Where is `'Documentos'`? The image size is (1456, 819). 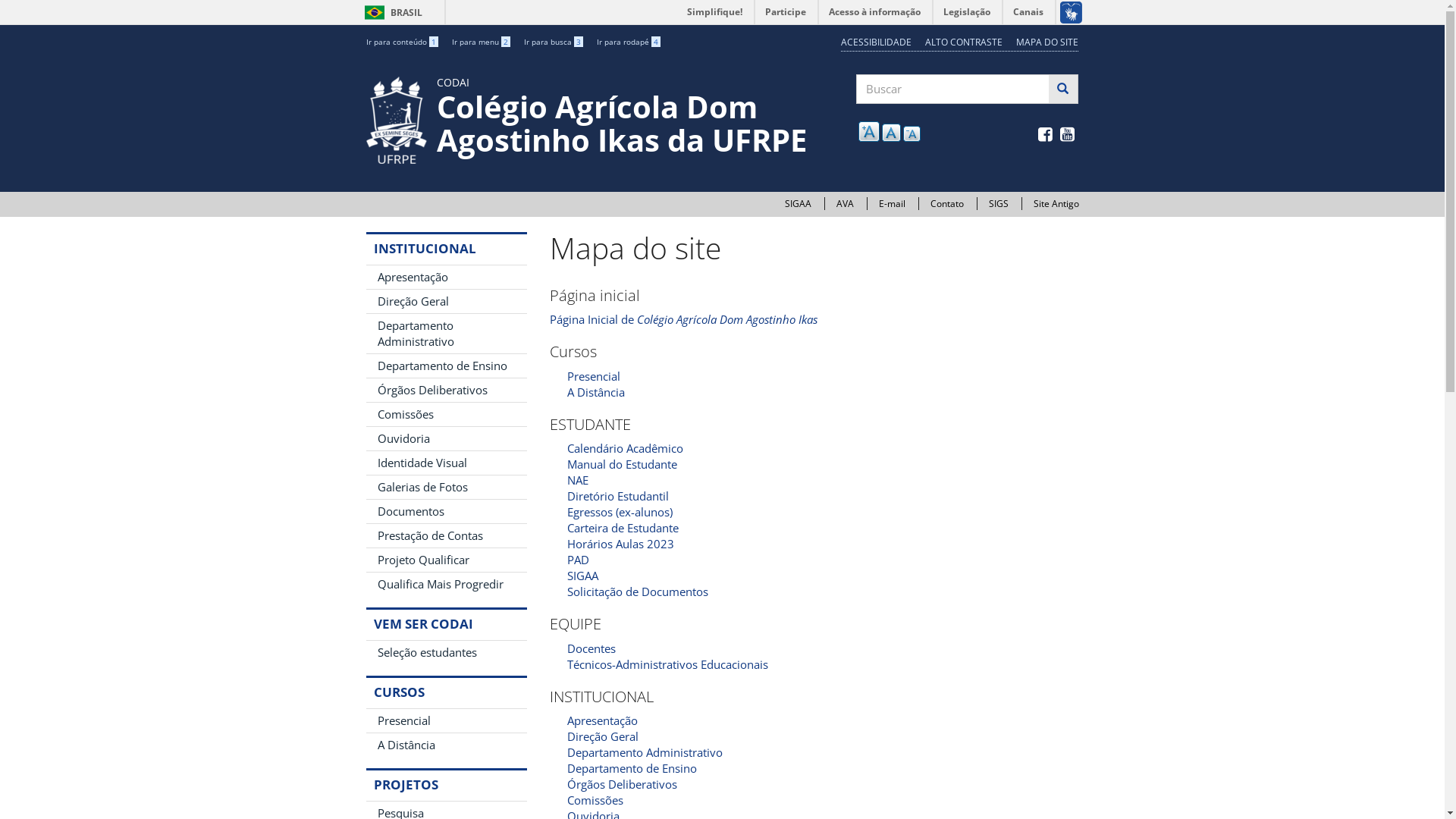
'Documentos' is located at coordinates (445, 511).